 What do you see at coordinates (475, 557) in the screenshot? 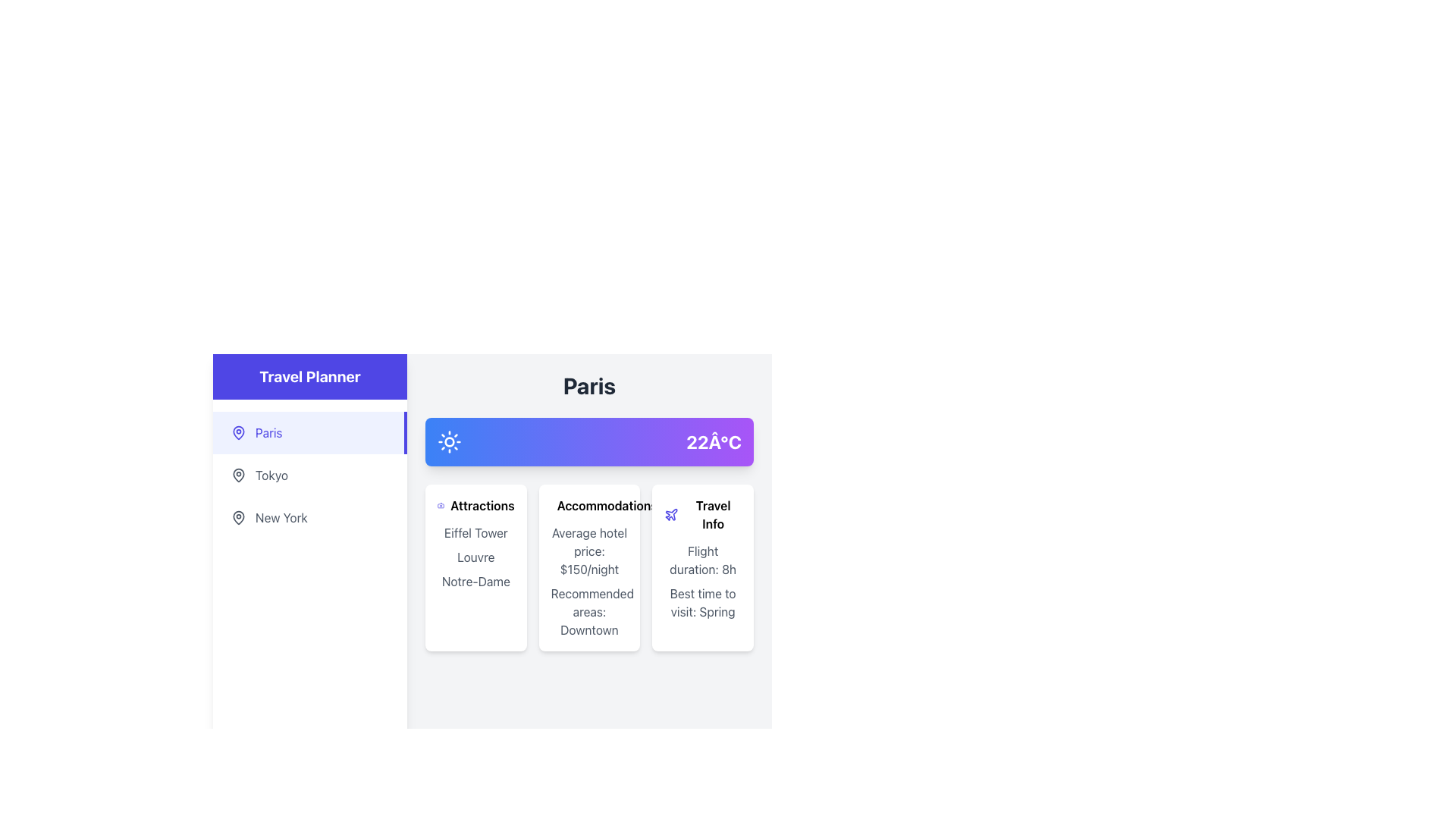
I see `the Text content block that displays a list of popular attractions, located centrally within the card, after the 'Attractions' header and camera icon` at bounding box center [475, 557].